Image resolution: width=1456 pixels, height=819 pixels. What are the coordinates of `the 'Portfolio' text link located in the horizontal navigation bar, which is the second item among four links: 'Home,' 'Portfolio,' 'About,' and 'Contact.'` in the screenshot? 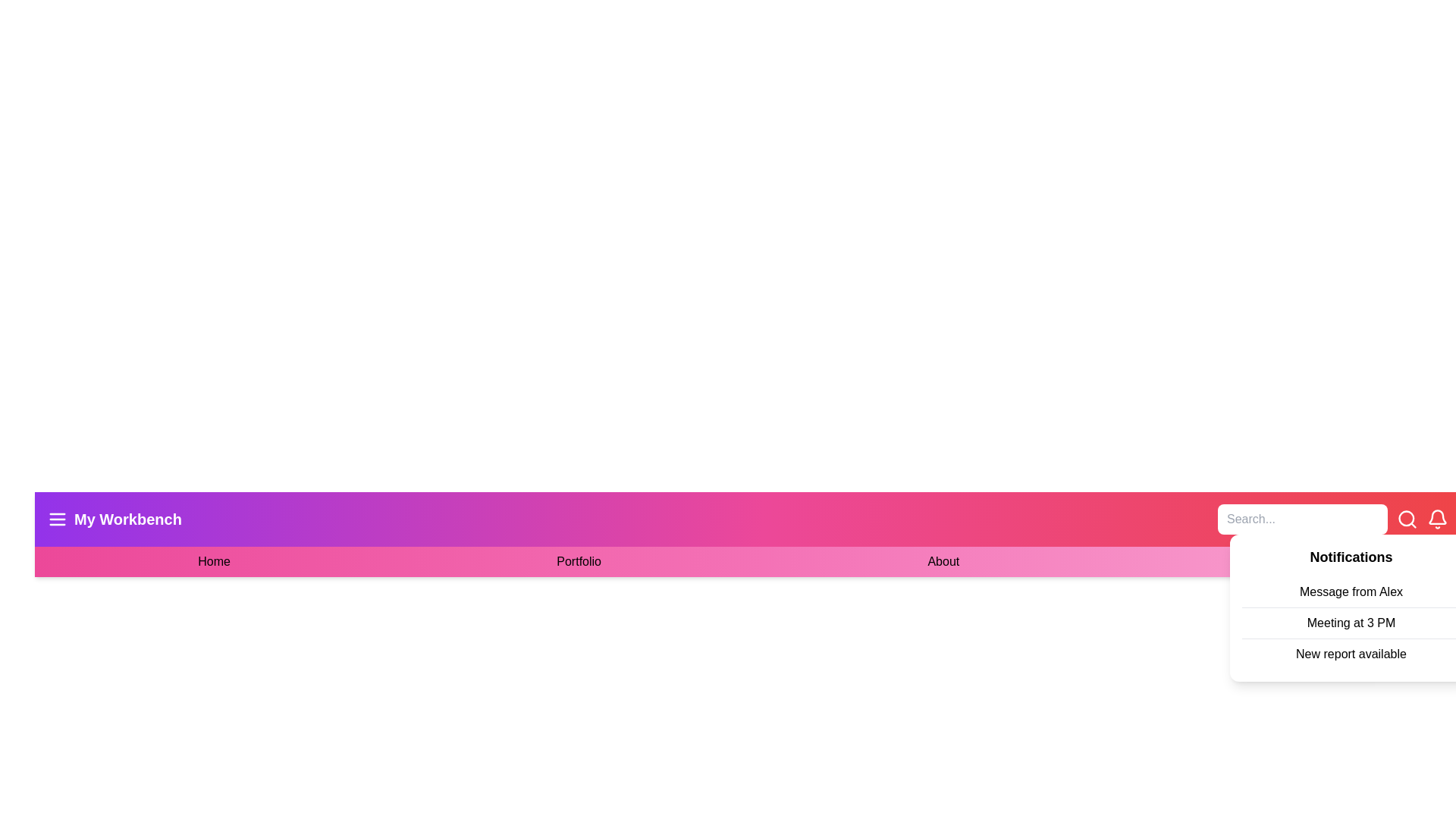 It's located at (578, 561).